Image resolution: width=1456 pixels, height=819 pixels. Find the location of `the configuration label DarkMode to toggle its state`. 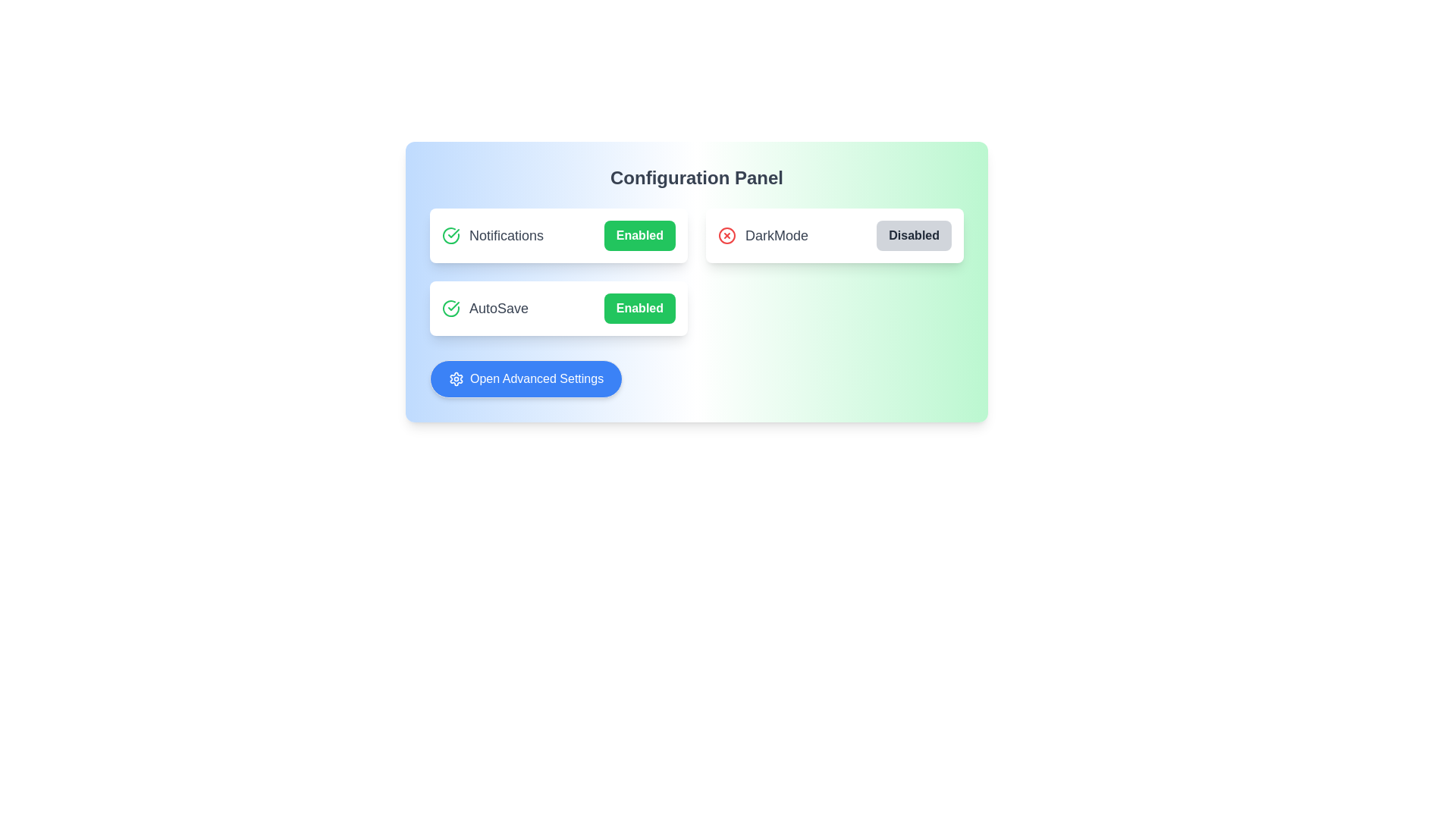

the configuration label DarkMode to toggle its state is located at coordinates (833, 236).